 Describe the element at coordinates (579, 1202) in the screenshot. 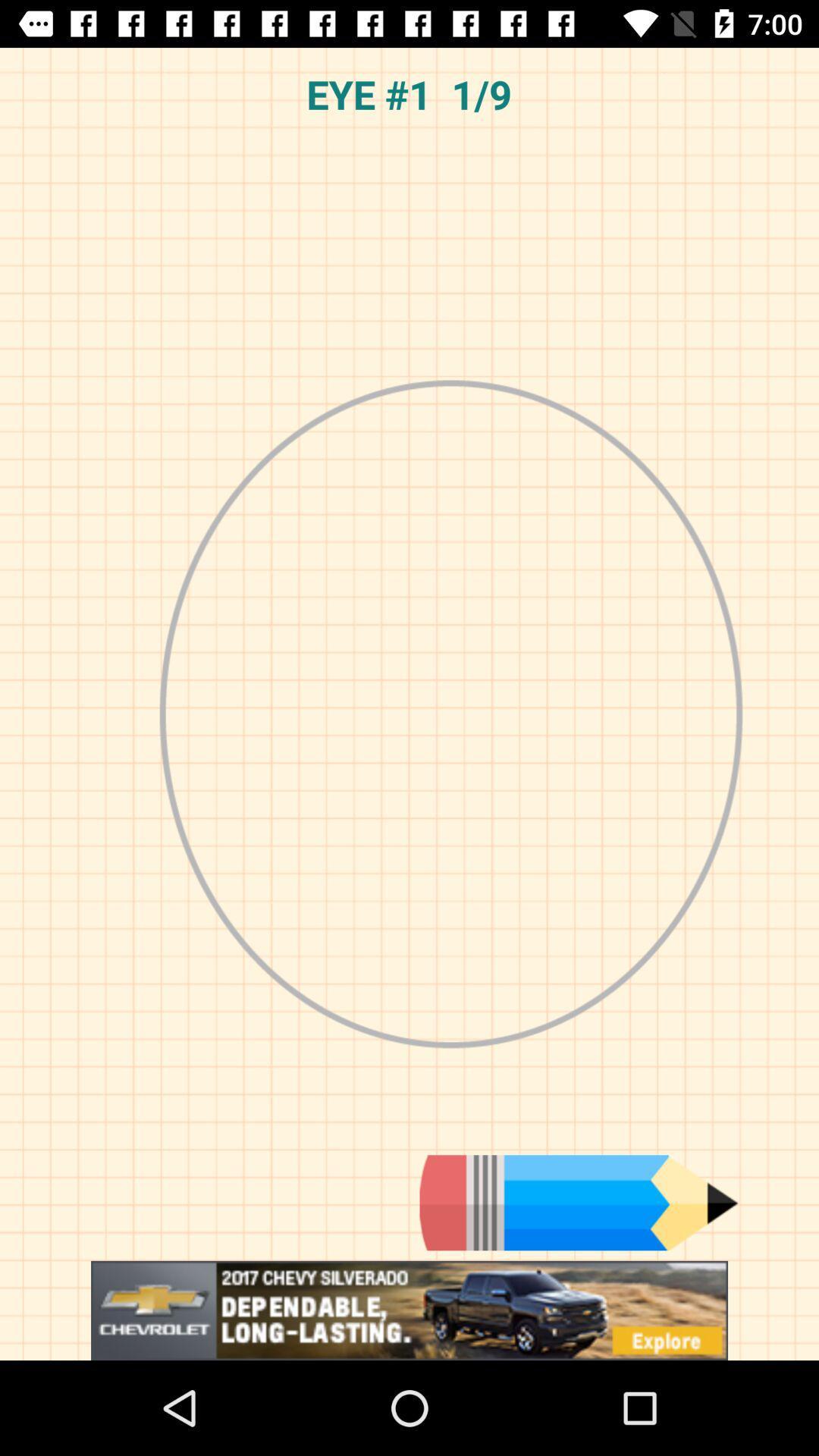

I see `access pencil tool` at that location.